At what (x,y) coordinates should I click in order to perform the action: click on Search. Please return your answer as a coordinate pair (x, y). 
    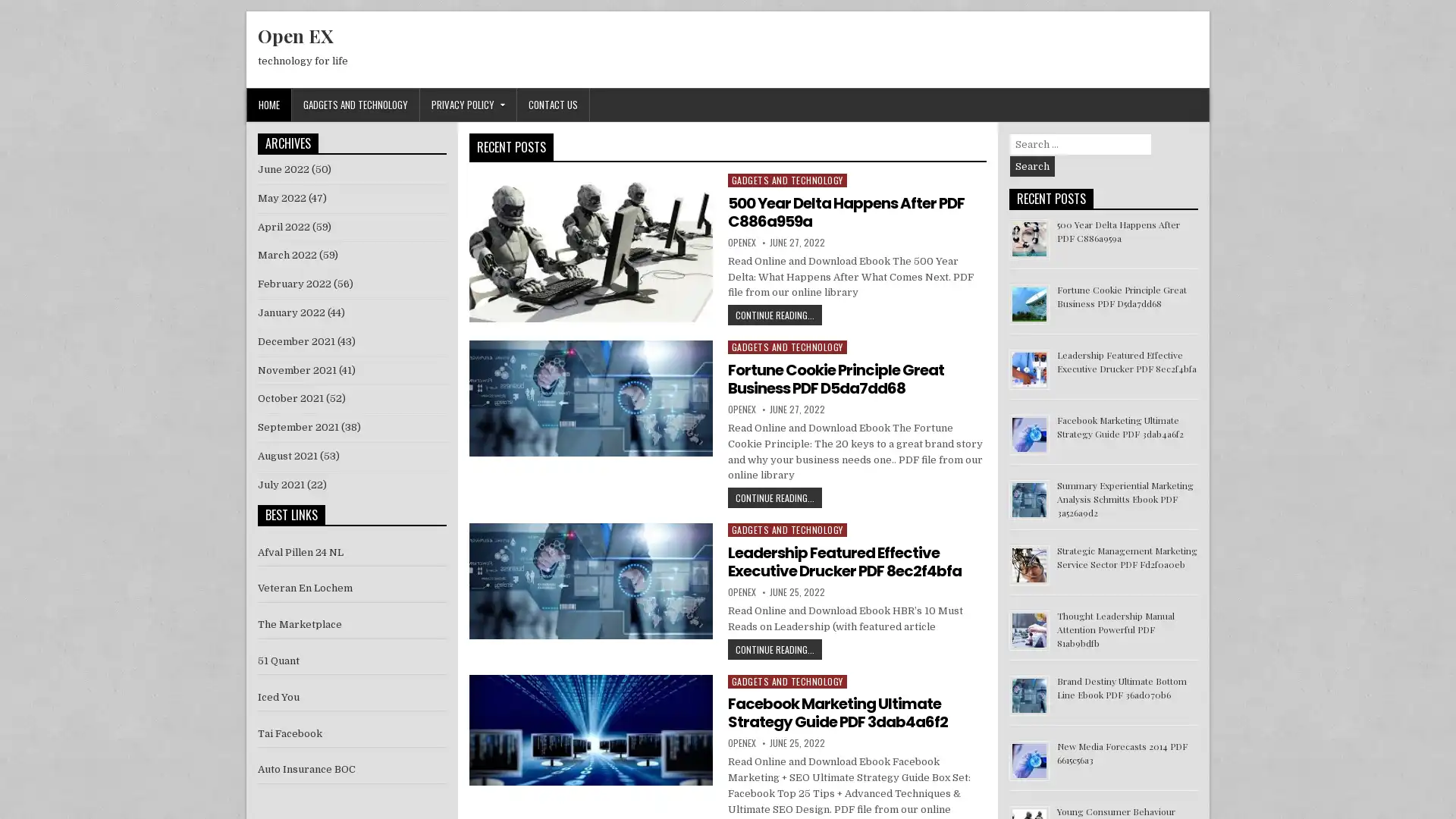
    Looking at the image, I should click on (1031, 166).